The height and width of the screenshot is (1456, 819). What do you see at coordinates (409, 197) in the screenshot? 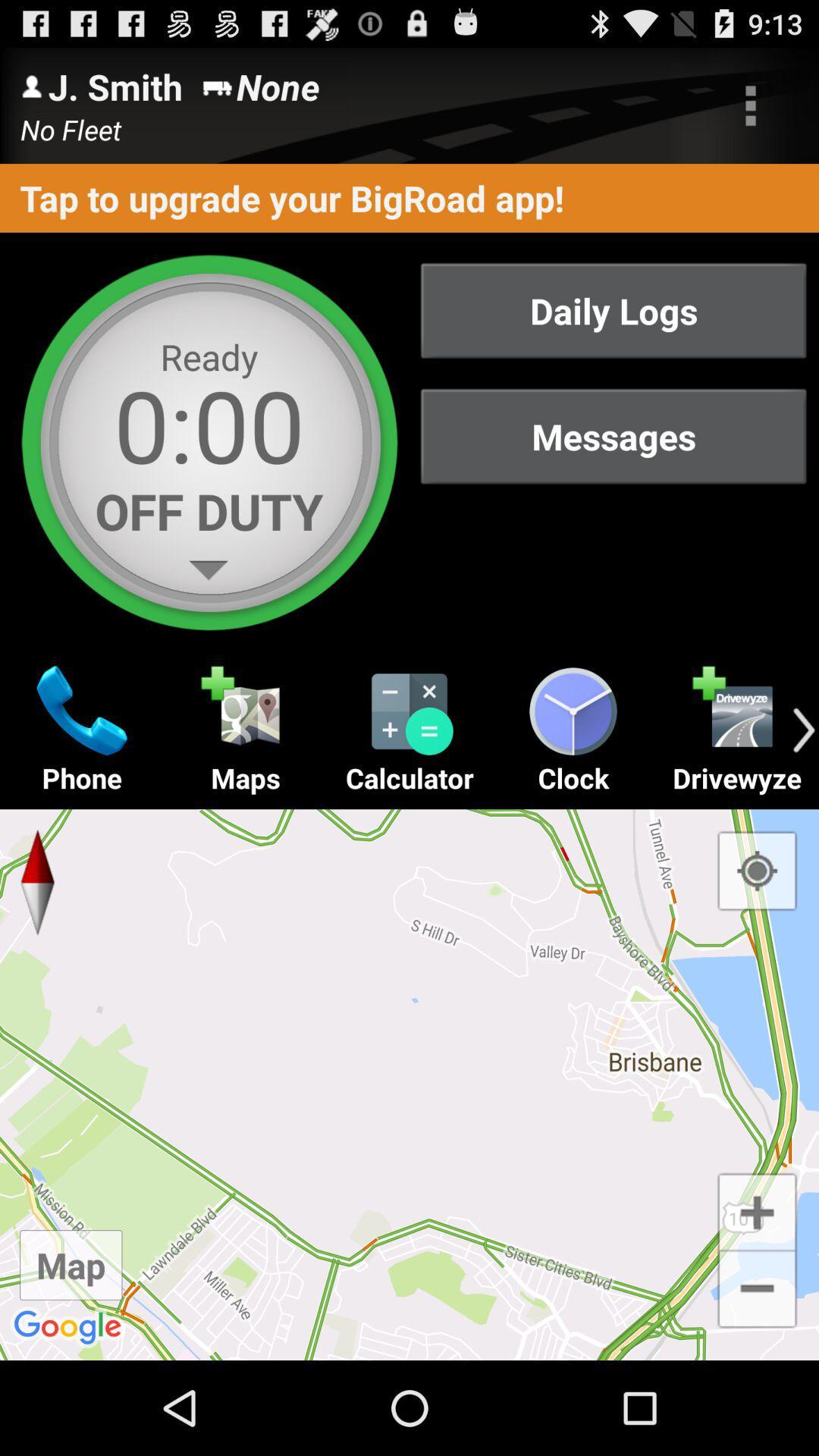
I see `the tap to upgrade item` at bounding box center [409, 197].